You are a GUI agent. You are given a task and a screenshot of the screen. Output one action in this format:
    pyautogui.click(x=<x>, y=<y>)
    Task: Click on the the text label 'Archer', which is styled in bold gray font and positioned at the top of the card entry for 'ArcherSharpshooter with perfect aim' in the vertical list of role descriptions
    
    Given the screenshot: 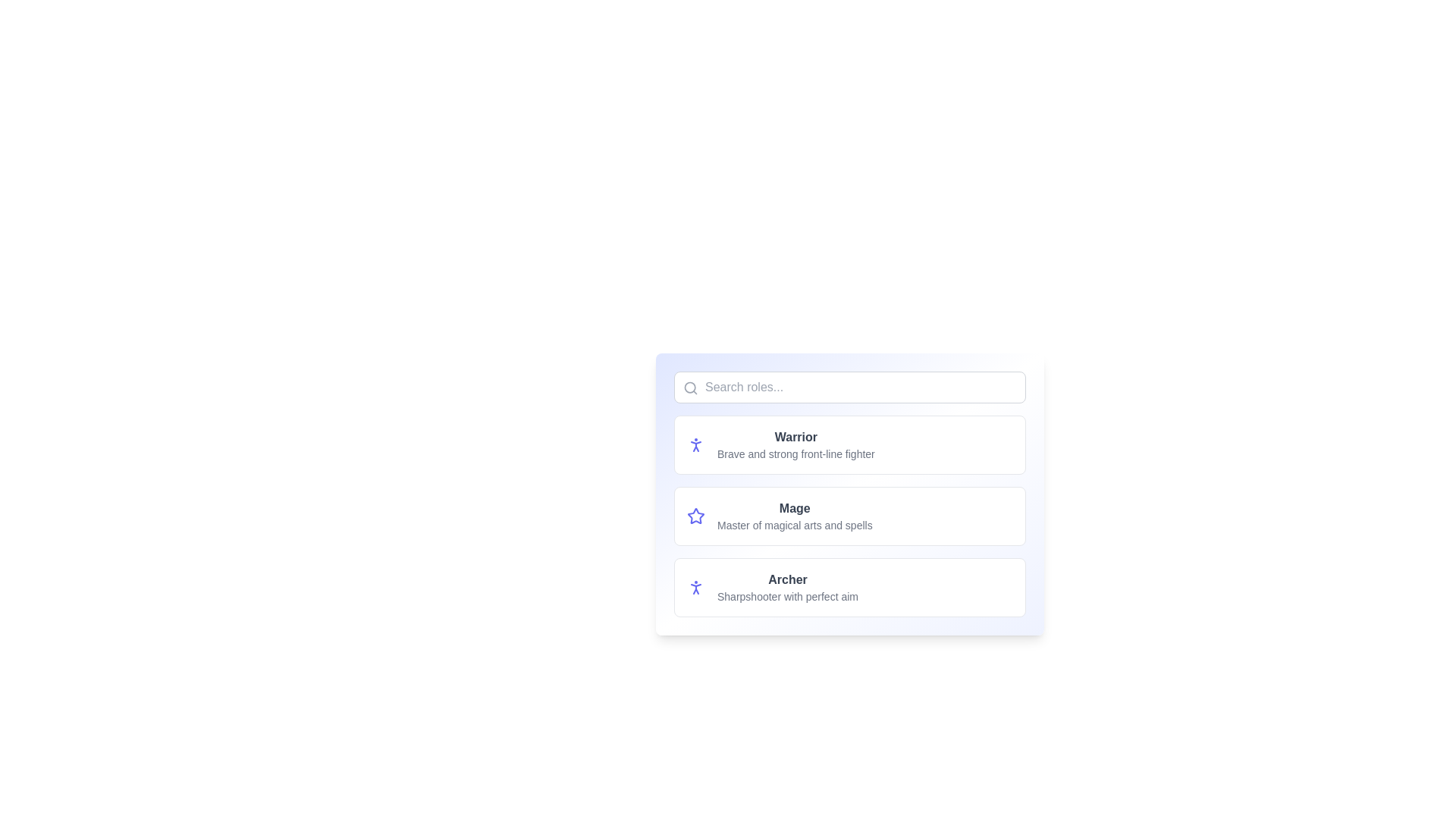 What is the action you would take?
    pyautogui.click(x=787, y=579)
    